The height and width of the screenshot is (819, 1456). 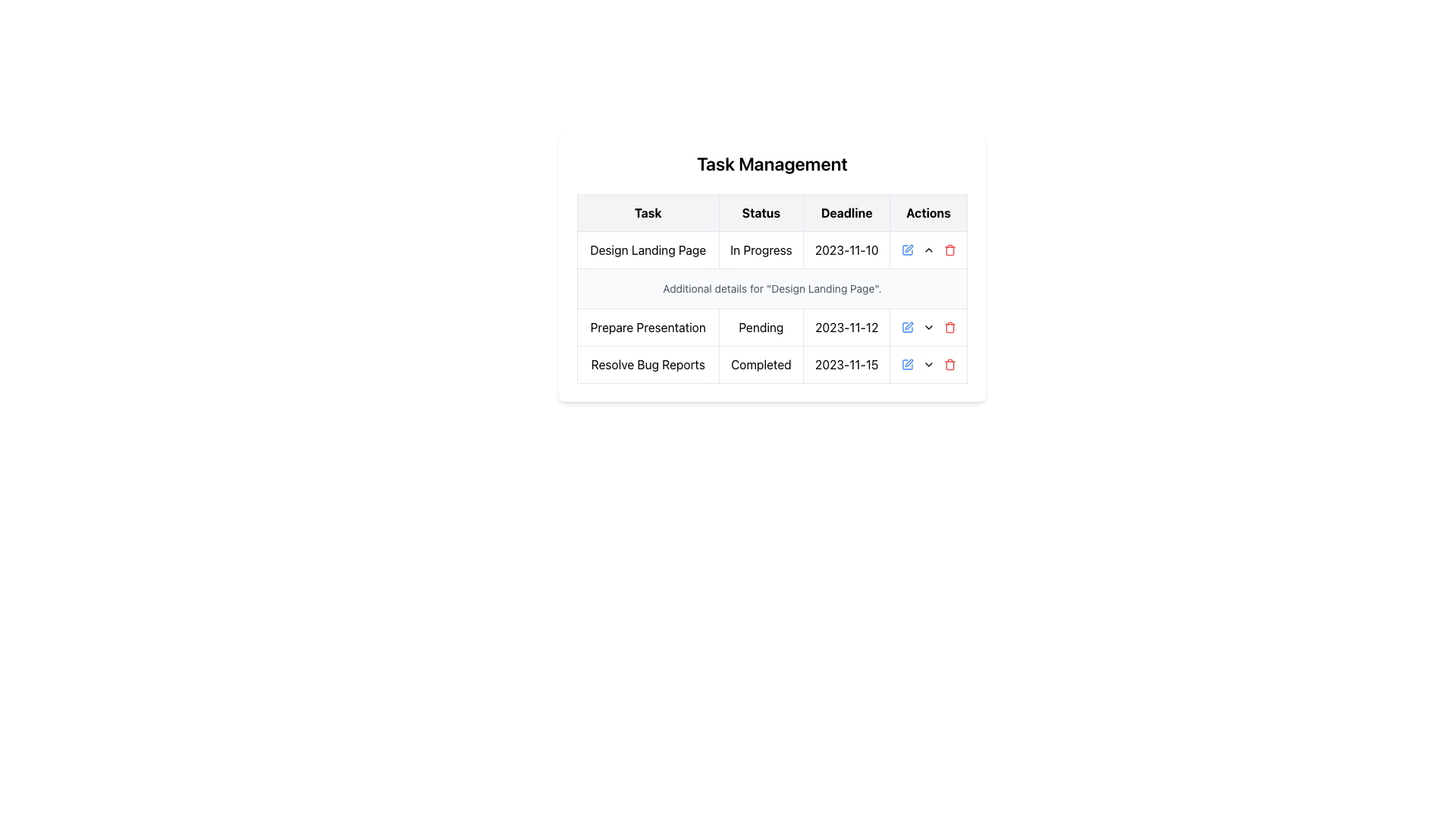 What do you see at coordinates (927, 249) in the screenshot?
I see `the upward arrow icon located in the 'Actions' column of the first row in the table under the 'Task Management' header` at bounding box center [927, 249].